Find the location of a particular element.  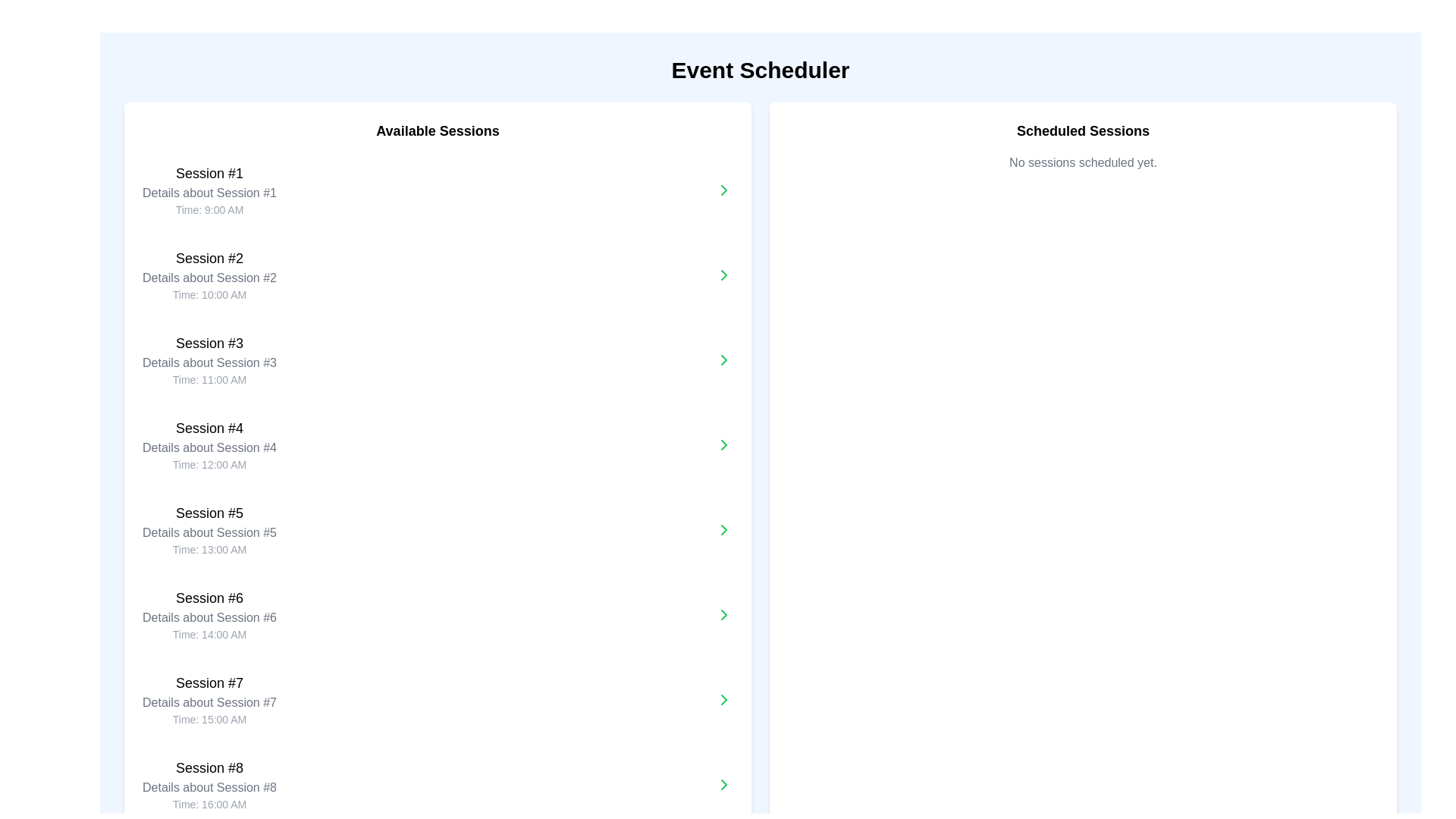

the Text Label displaying 'Time: 14:00 AM' located within the 'Session #6' section under 'Available Sessions' is located at coordinates (209, 635).